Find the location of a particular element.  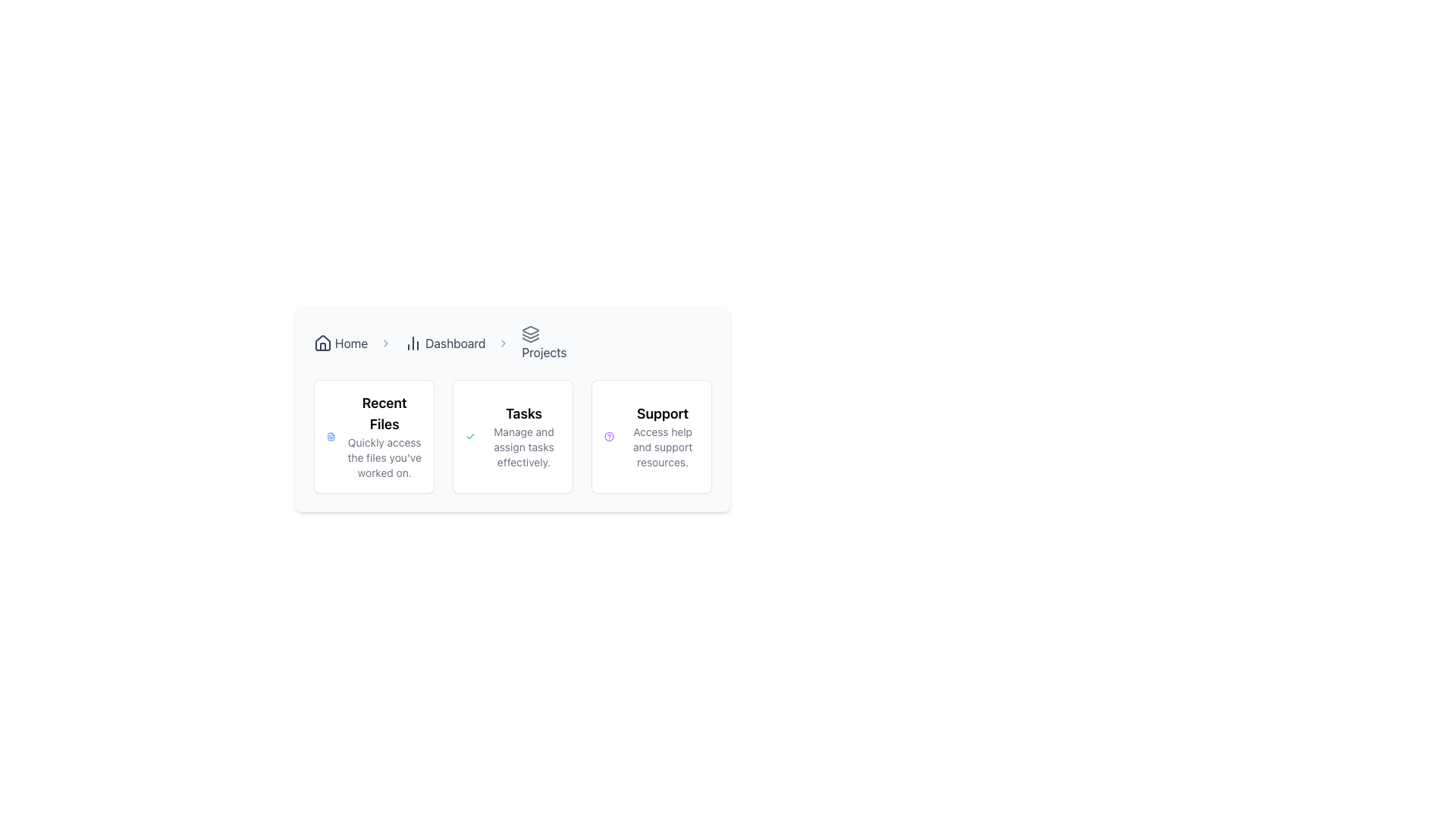

the document icon with a blue color located in the recent files section beneath the breadcrumb navigation is located at coordinates (330, 436).